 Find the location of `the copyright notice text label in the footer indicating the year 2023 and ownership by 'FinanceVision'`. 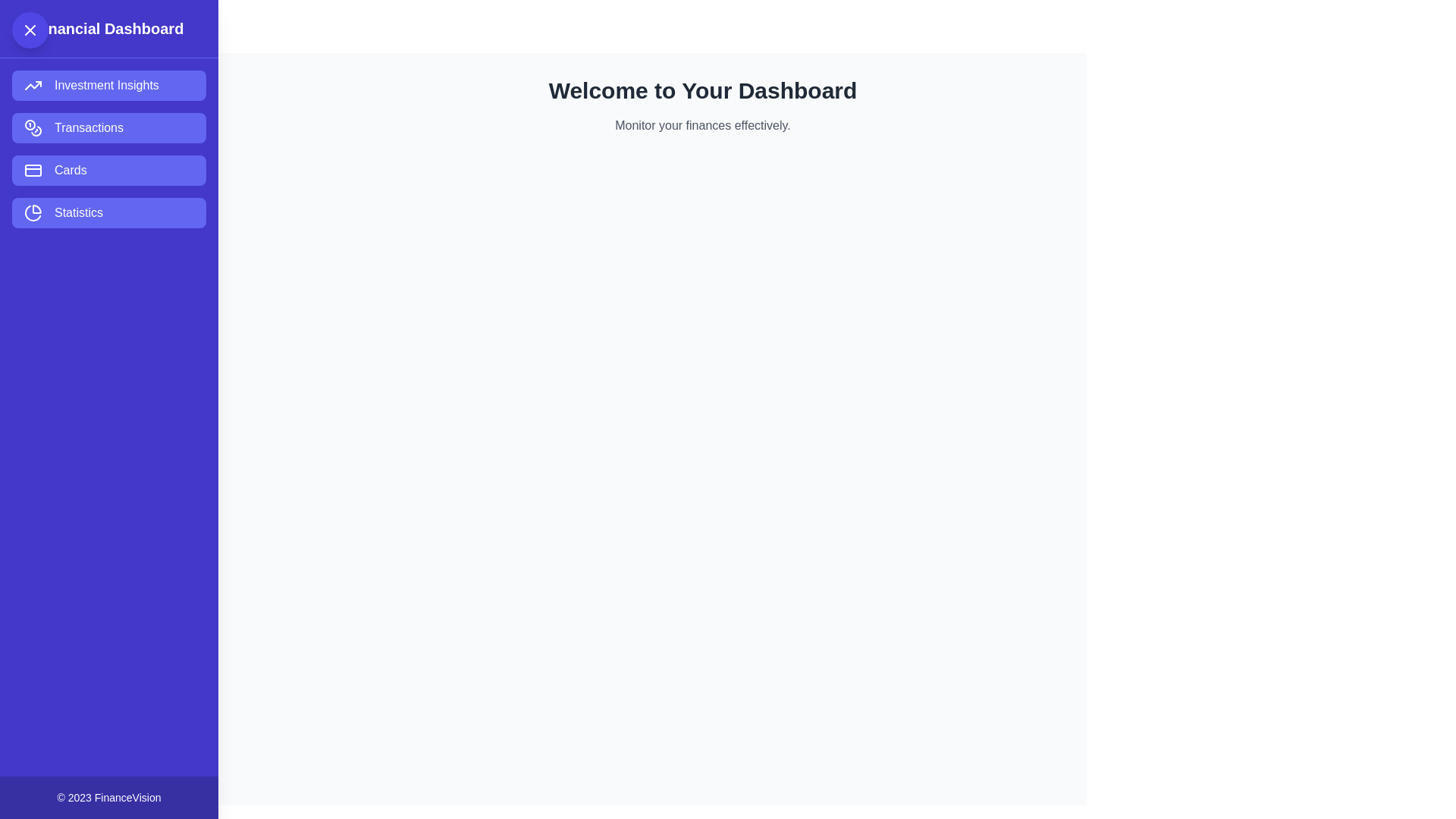

the copyright notice text label in the footer indicating the year 2023 and ownership by 'FinanceVision' is located at coordinates (108, 797).